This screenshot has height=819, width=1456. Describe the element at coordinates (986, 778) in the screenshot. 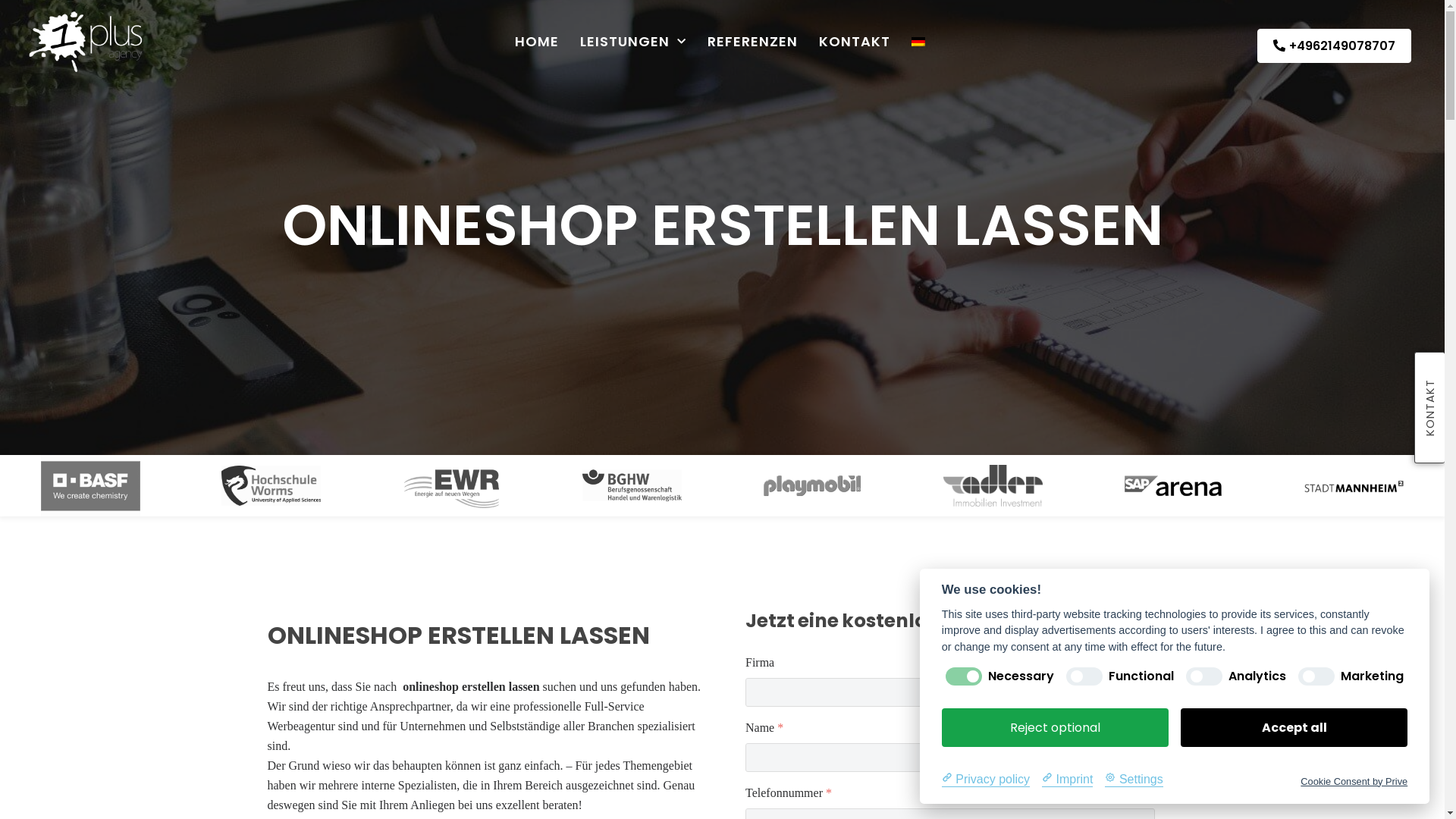

I see `'Privacy policy'` at that location.